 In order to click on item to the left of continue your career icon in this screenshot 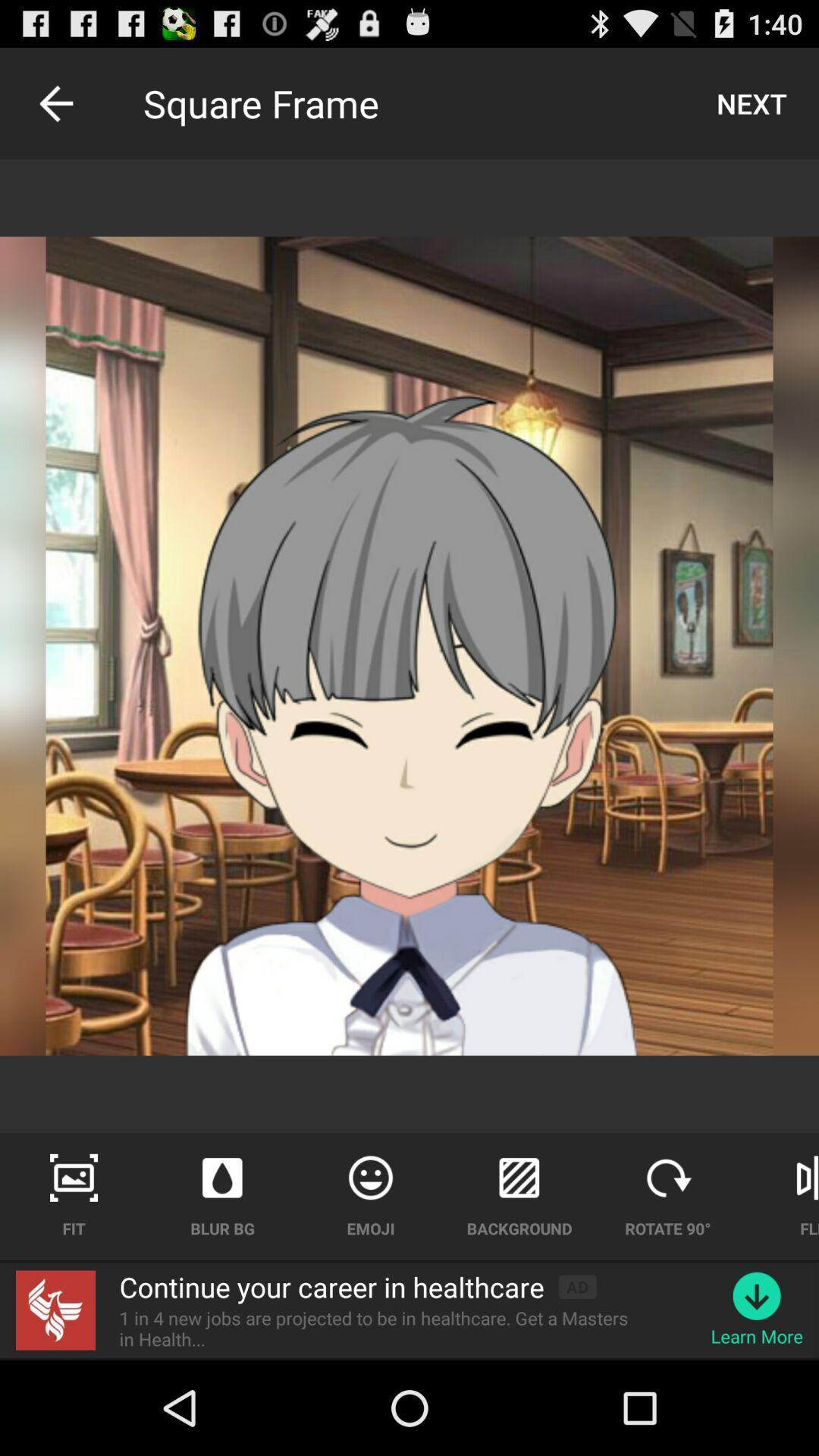, I will do `click(55, 1310)`.